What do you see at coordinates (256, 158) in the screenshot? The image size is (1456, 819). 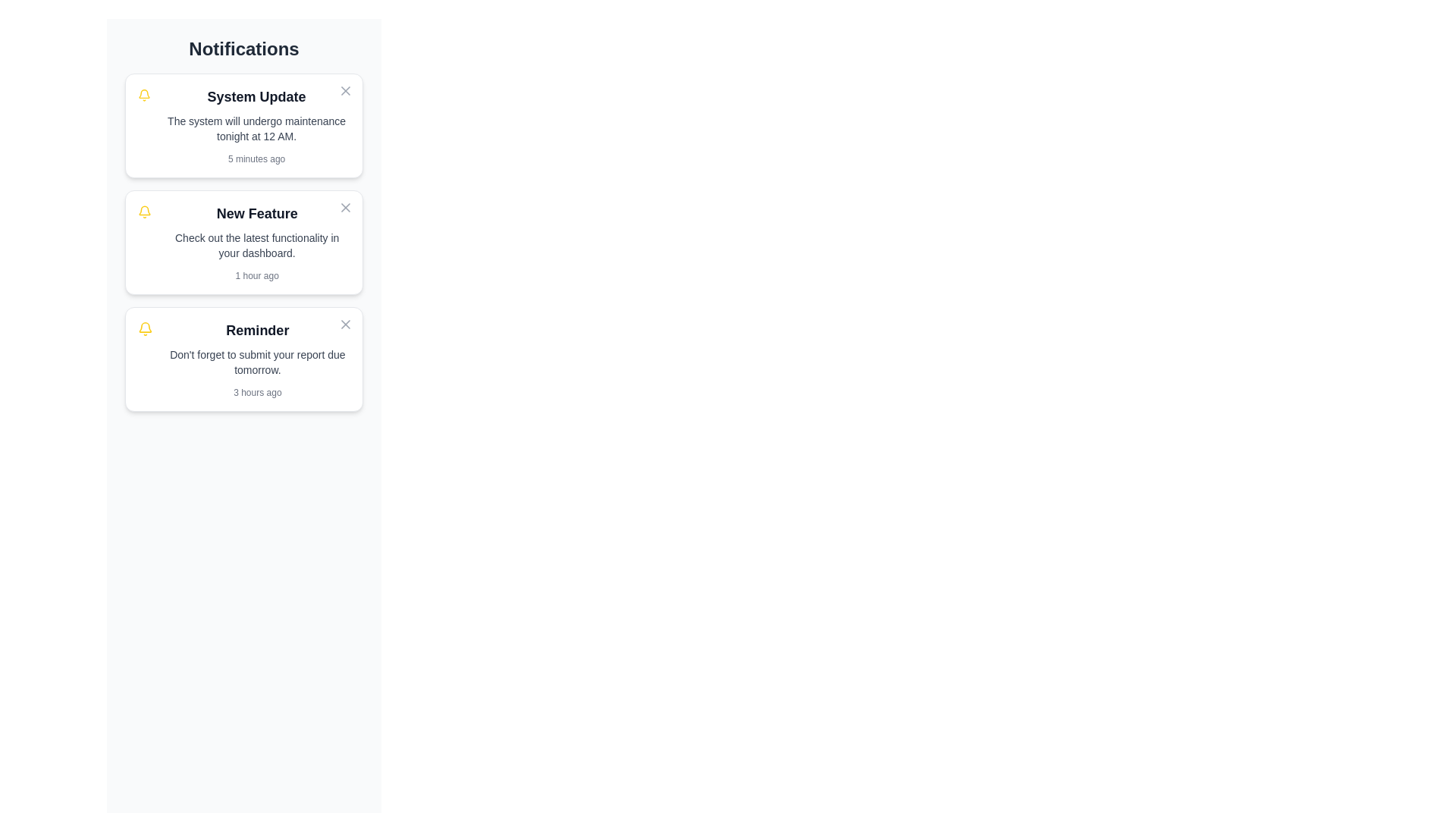 I see `the Text Label indicating the timestamp of the notification, located at the bottom of the 'System Update' notification card` at bounding box center [256, 158].